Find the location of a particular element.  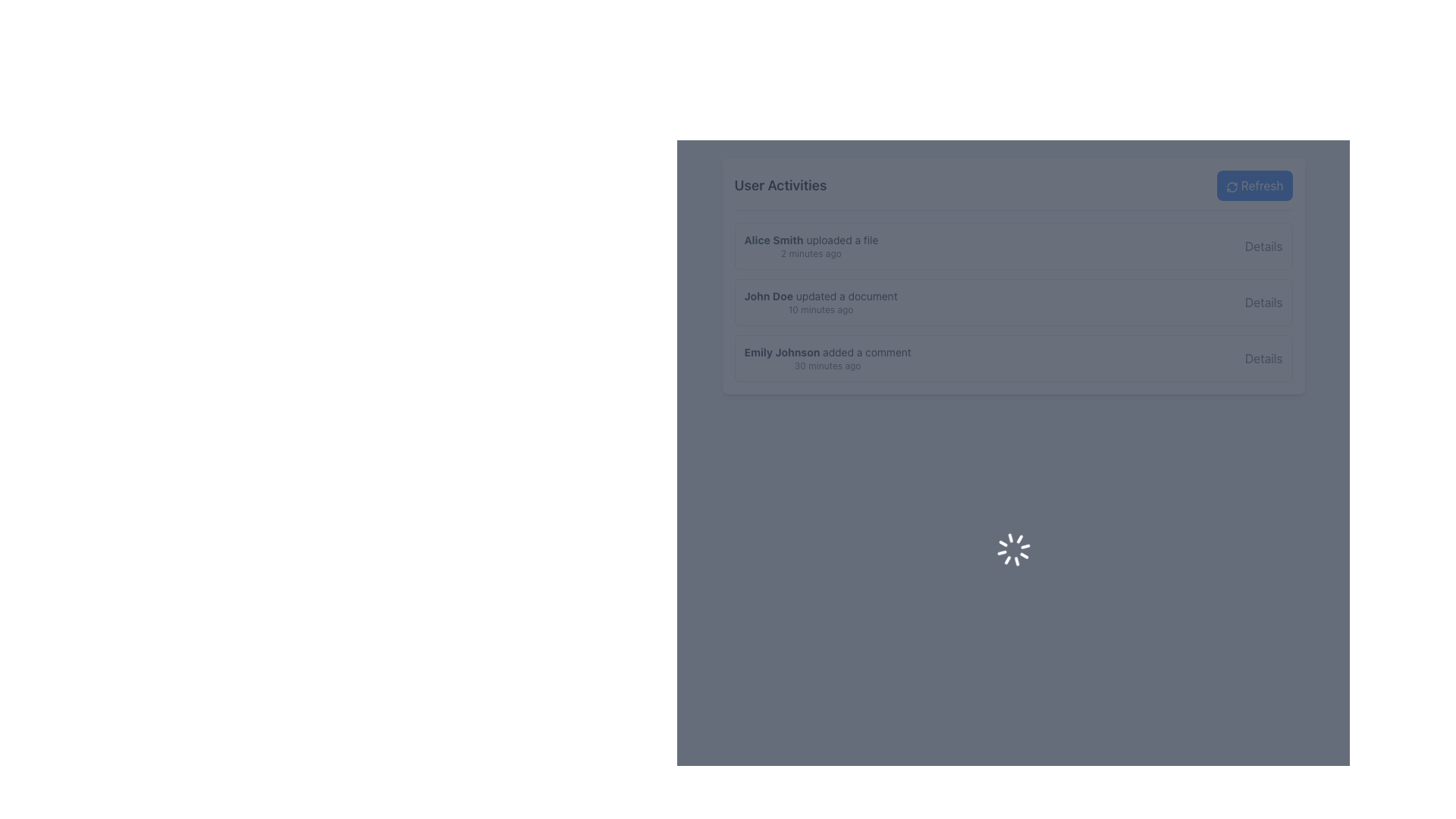

the label displaying 'Emily Johnson' in the 'User Activities' section, which indicates the user's action in the activity feed is located at coordinates (782, 352).